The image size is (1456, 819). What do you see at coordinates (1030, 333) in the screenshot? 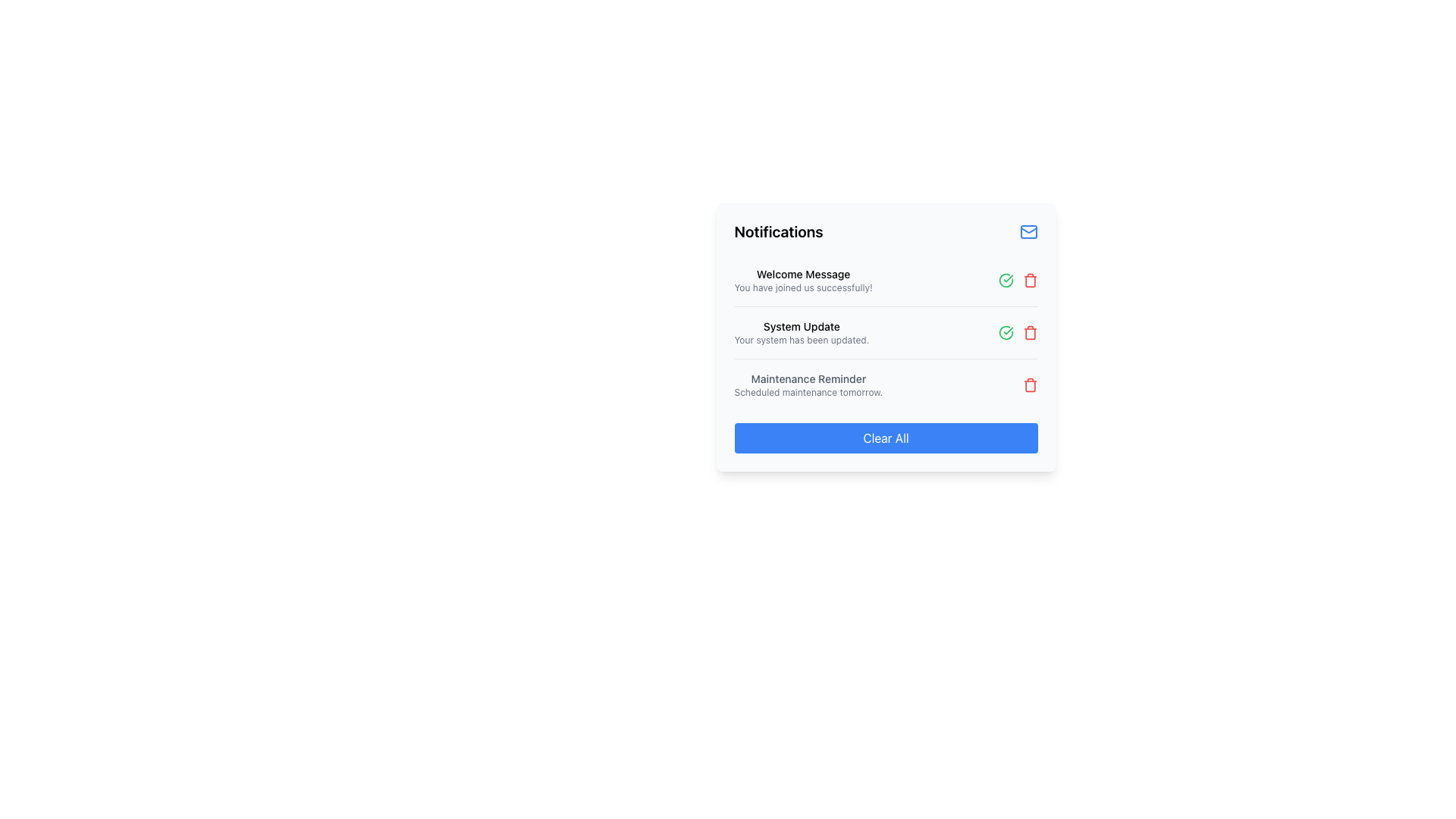
I see `the trash bin icon SVG element located adjacent to the 'System Update' notification entry` at bounding box center [1030, 333].